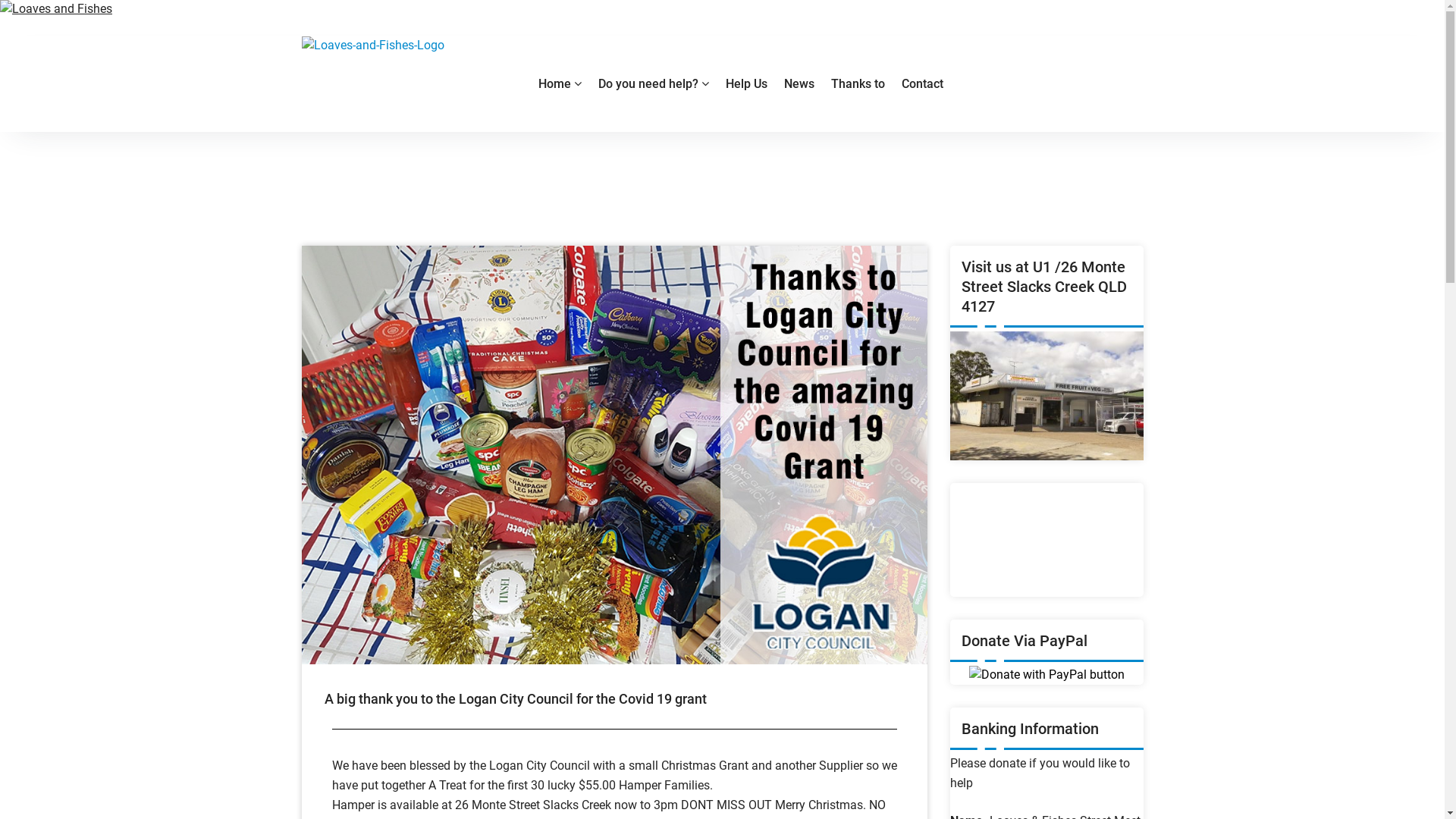 The height and width of the screenshot is (819, 1456). Describe the element at coordinates (921, 84) in the screenshot. I see `'Contact'` at that location.